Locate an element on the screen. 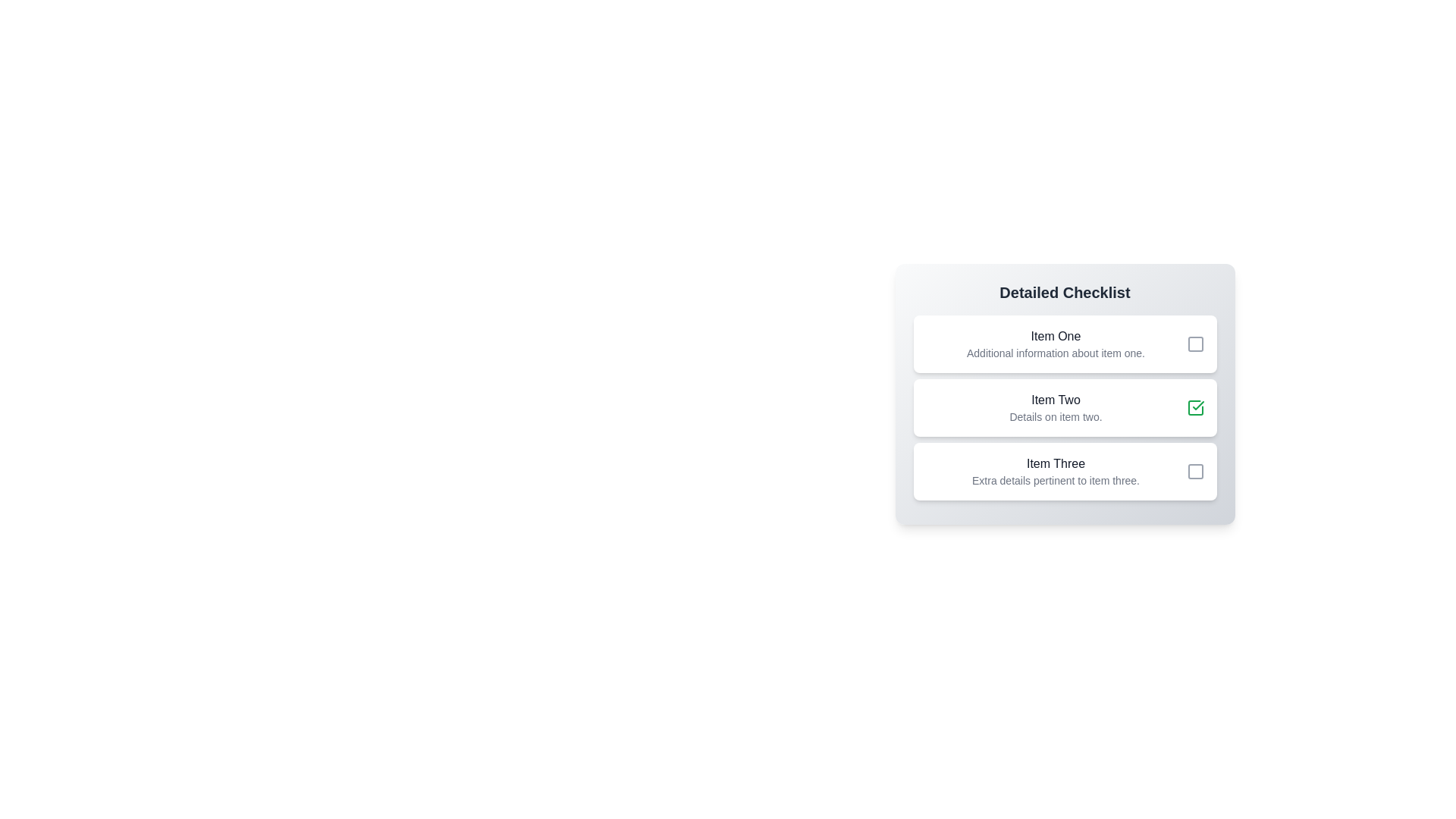  the main textual content of the card labeled 'Item Two' is located at coordinates (1055, 406).